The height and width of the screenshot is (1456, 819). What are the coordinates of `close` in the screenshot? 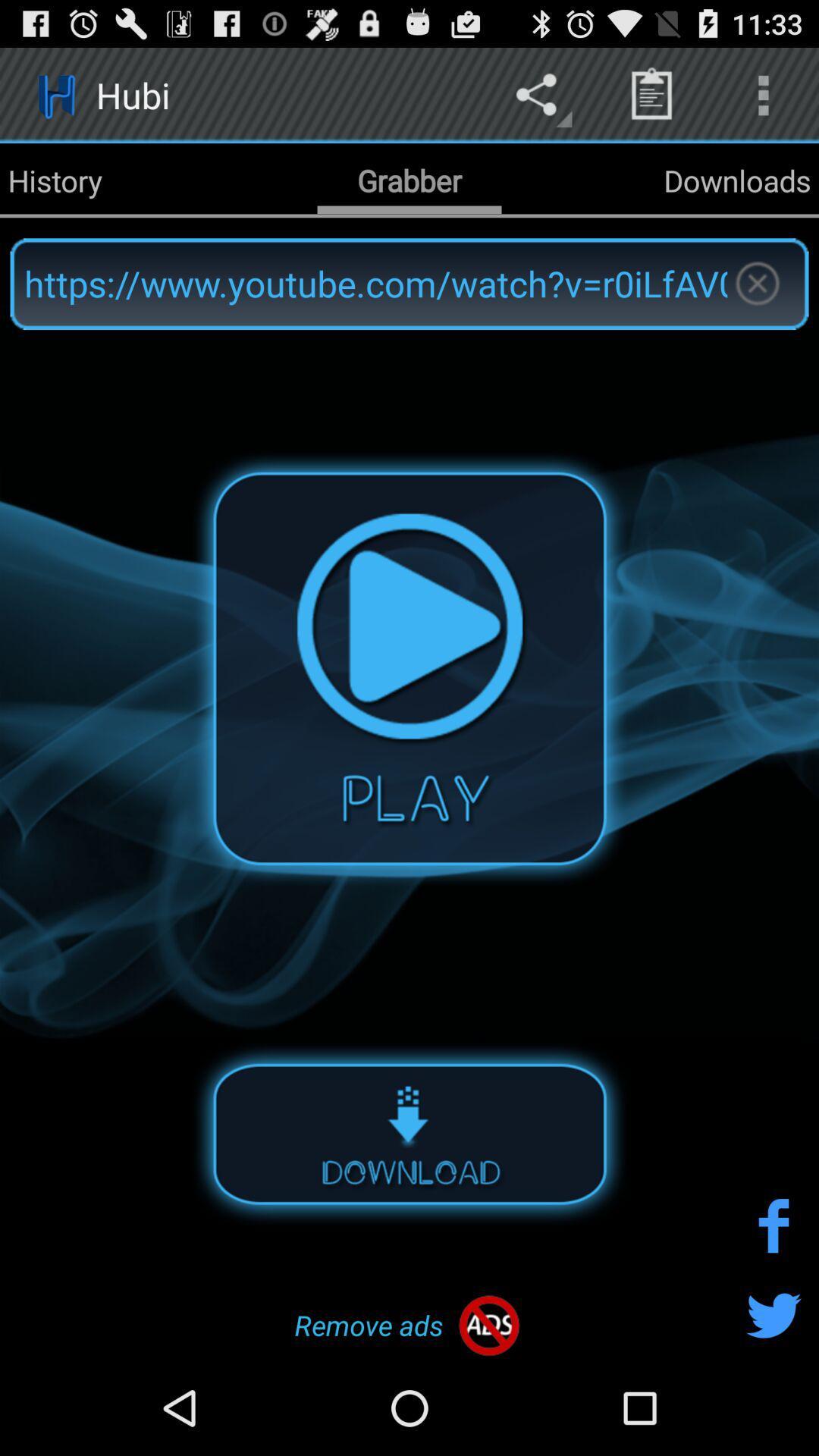 It's located at (757, 284).